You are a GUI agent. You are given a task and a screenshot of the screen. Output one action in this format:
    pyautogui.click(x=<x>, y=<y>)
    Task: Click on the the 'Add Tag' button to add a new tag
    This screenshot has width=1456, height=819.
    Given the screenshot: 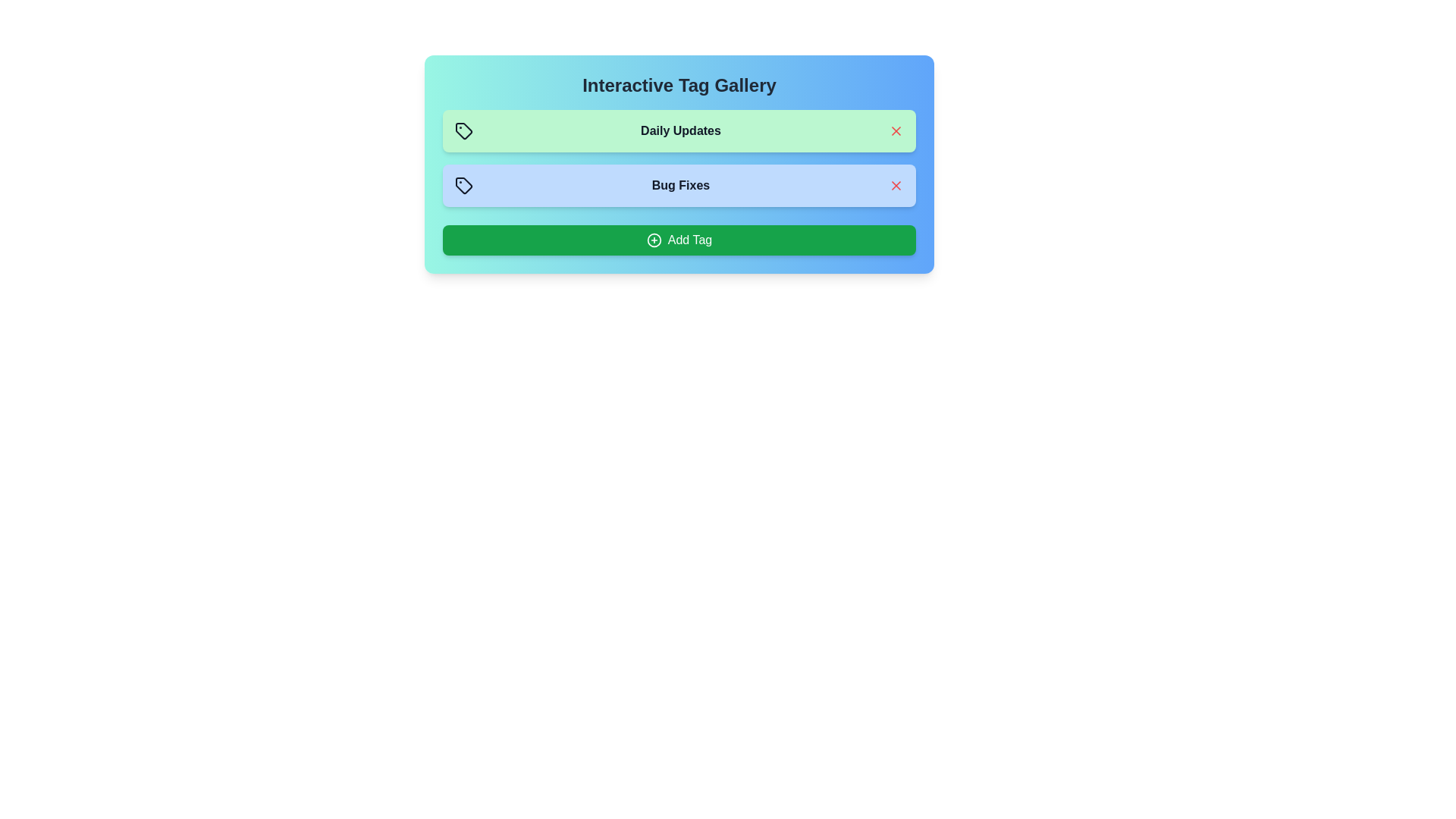 What is the action you would take?
    pyautogui.click(x=679, y=239)
    